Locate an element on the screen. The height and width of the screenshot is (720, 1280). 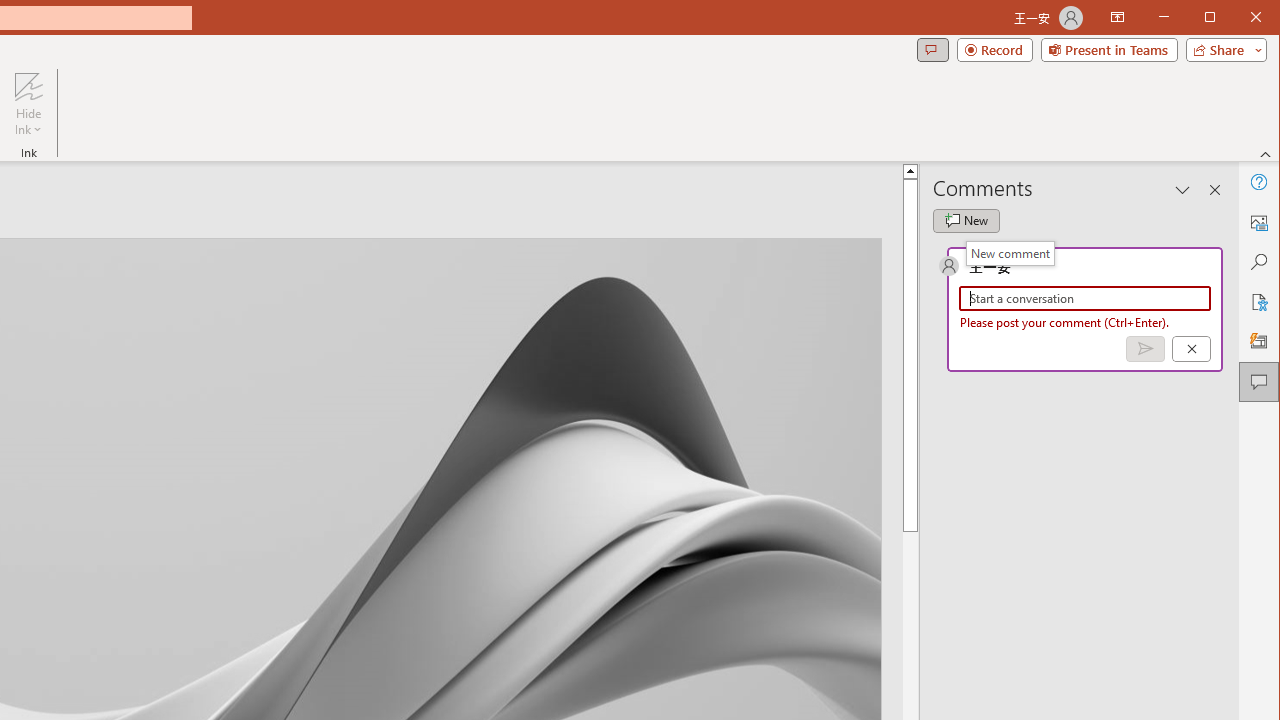
'Close pane' is located at coordinates (1214, 190).